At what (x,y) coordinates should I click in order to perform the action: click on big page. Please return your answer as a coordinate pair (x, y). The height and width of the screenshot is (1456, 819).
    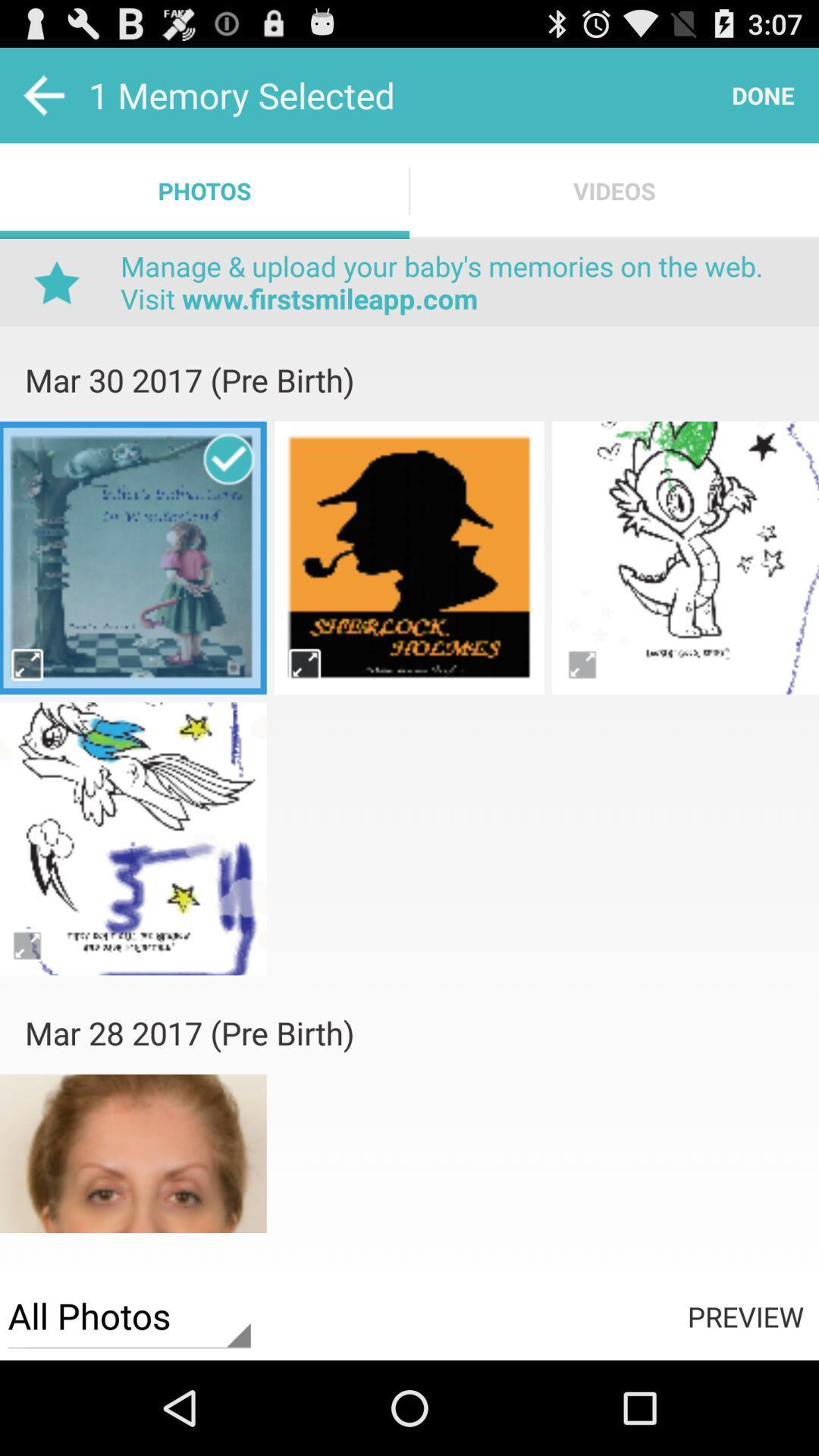
    Looking at the image, I should click on (28, 664).